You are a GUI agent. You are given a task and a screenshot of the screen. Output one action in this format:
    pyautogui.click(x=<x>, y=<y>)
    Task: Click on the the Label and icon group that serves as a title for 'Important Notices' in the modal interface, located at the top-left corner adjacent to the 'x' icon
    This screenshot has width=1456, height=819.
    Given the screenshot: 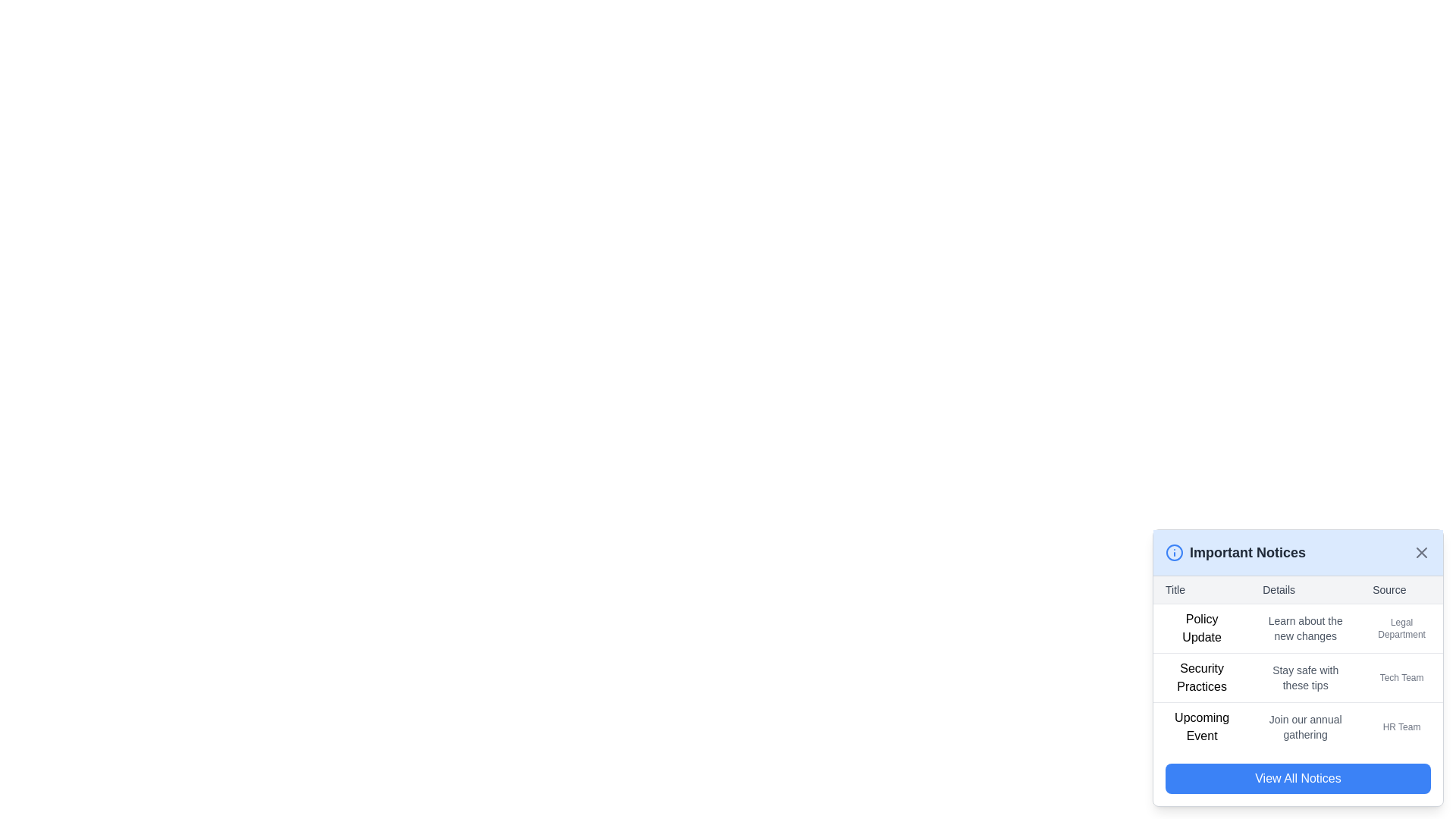 What is the action you would take?
    pyautogui.click(x=1235, y=553)
    